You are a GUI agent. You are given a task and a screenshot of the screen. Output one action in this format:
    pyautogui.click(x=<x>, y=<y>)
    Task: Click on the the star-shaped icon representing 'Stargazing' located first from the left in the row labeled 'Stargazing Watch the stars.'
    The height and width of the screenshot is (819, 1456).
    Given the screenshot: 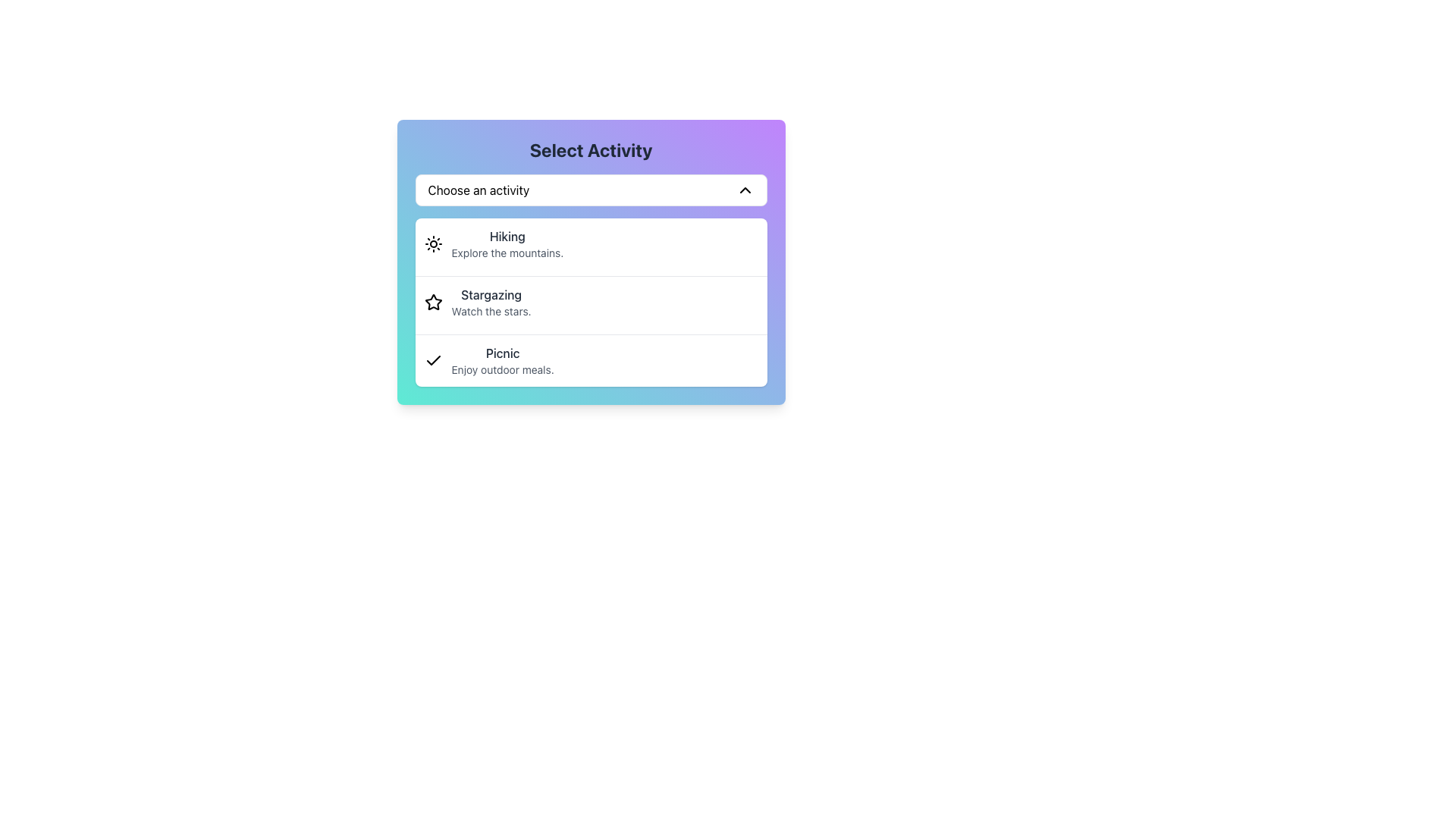 What is the action you would take?
    pyautogui.click(x=432, y=302)
    